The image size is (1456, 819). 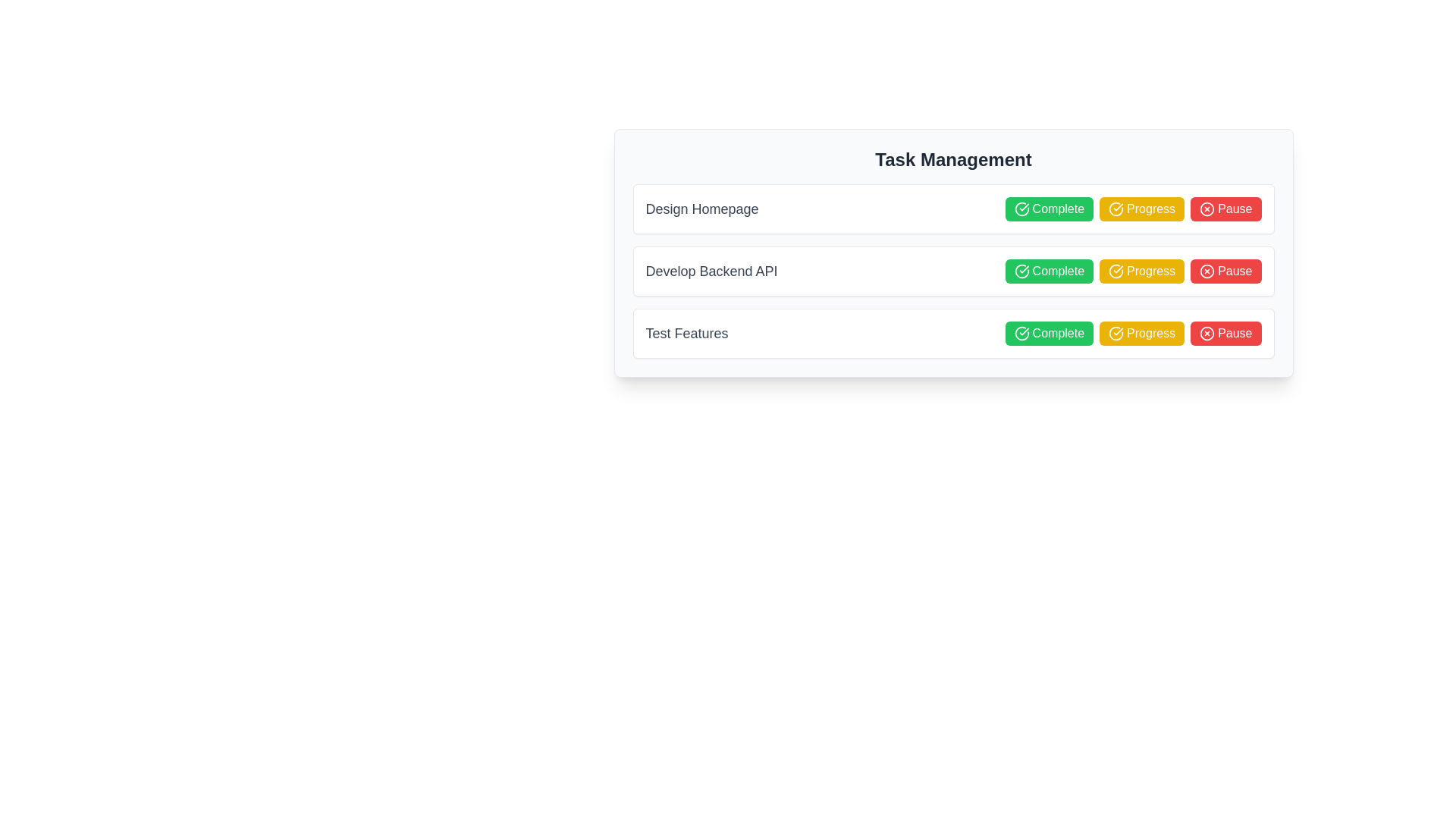 I want to click on the confirmation icon inside the 'Complete' button for the 'Develop Backend API' task to initiate further interaction, so click(x=1021, y=271).